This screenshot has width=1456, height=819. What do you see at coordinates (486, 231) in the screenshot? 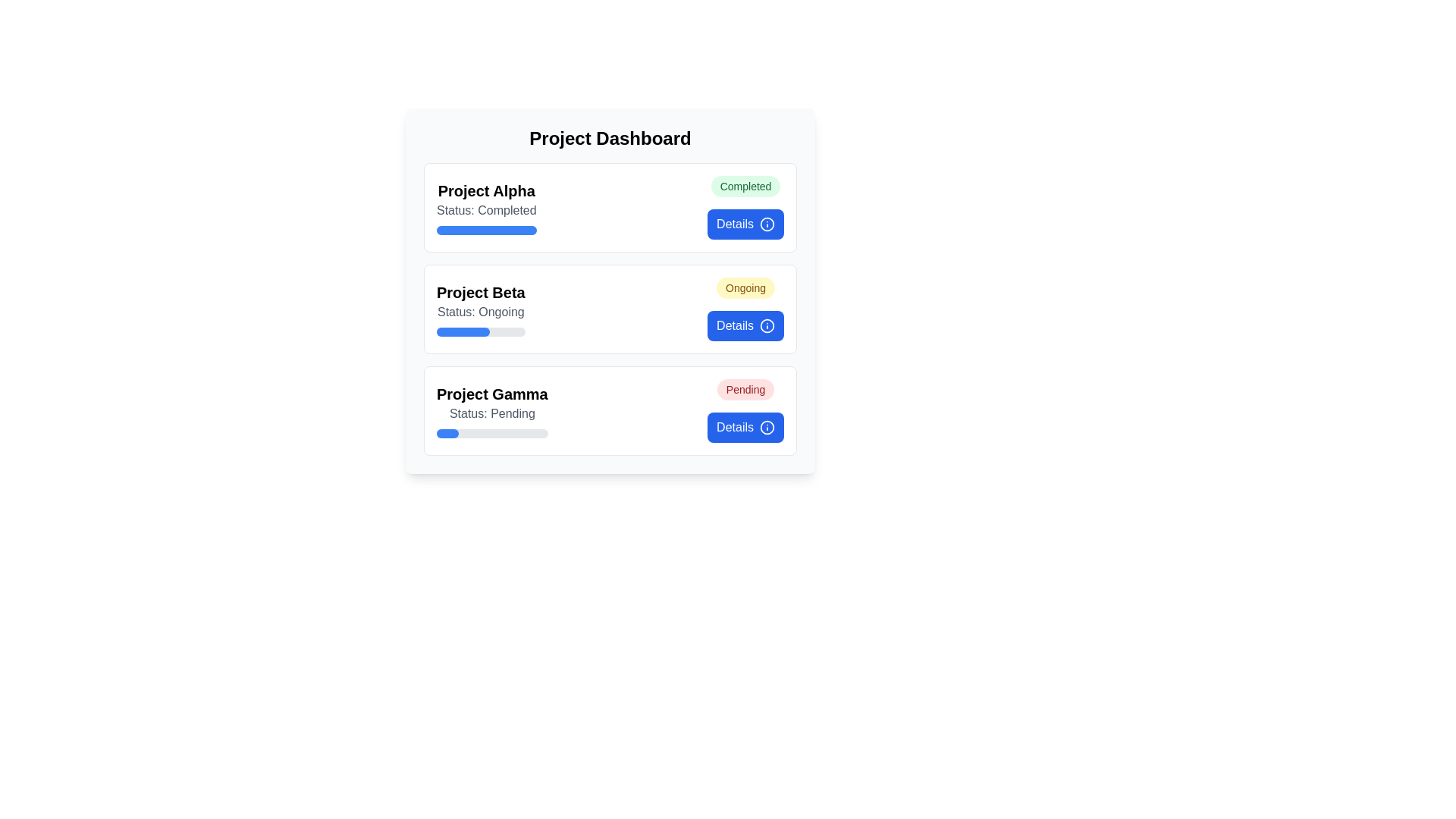
I see `the blue horizontal progress bar located under the text 'Status: Completed' in the 'Project Alpha' card` at bounding box center [486, 231].